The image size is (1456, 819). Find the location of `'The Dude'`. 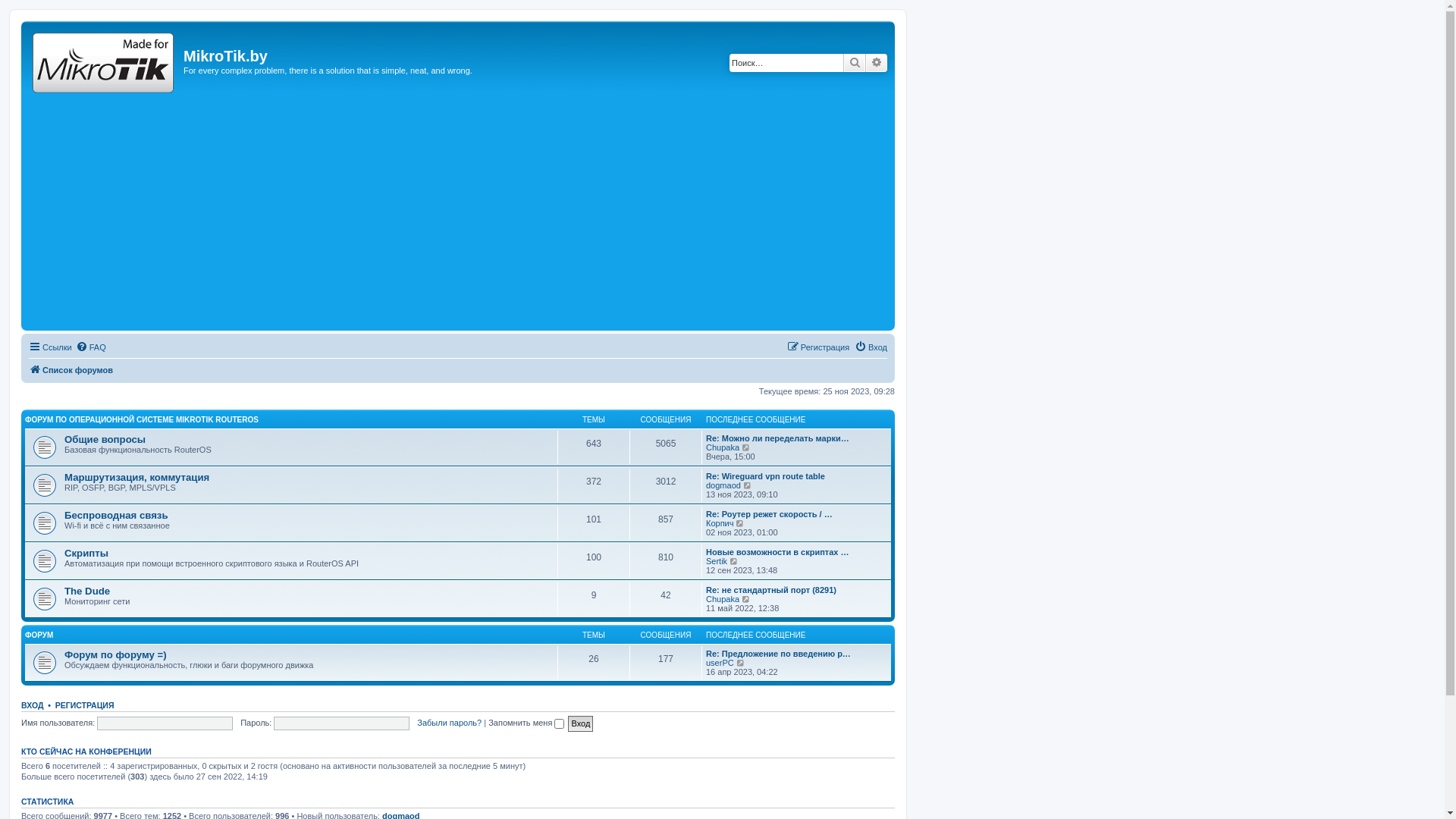

'The Dude' is located at coordinates (86, 590).